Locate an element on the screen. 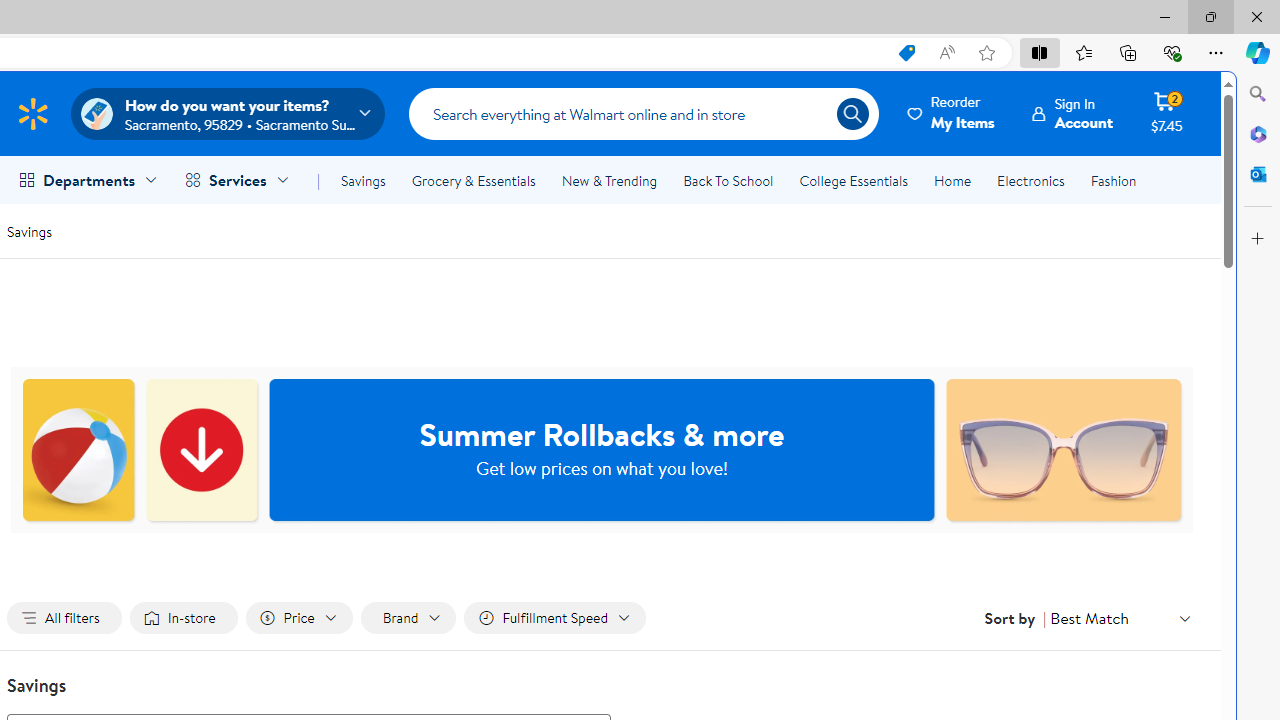  'Sign In Account' is located at coordinates (1072, 113).